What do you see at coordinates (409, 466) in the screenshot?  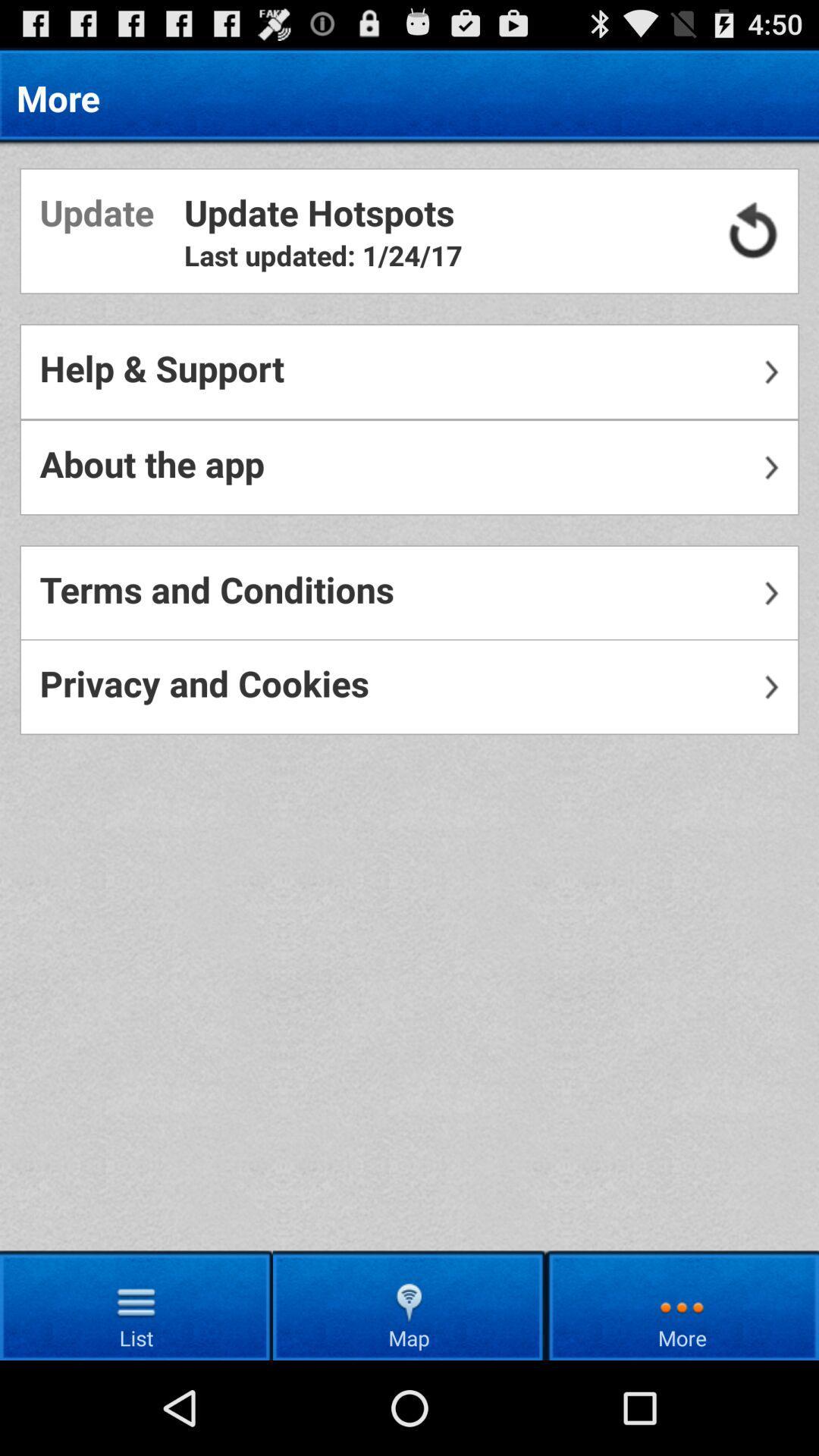 I see `icon below help & support icon` at bounding box center [409, 466].